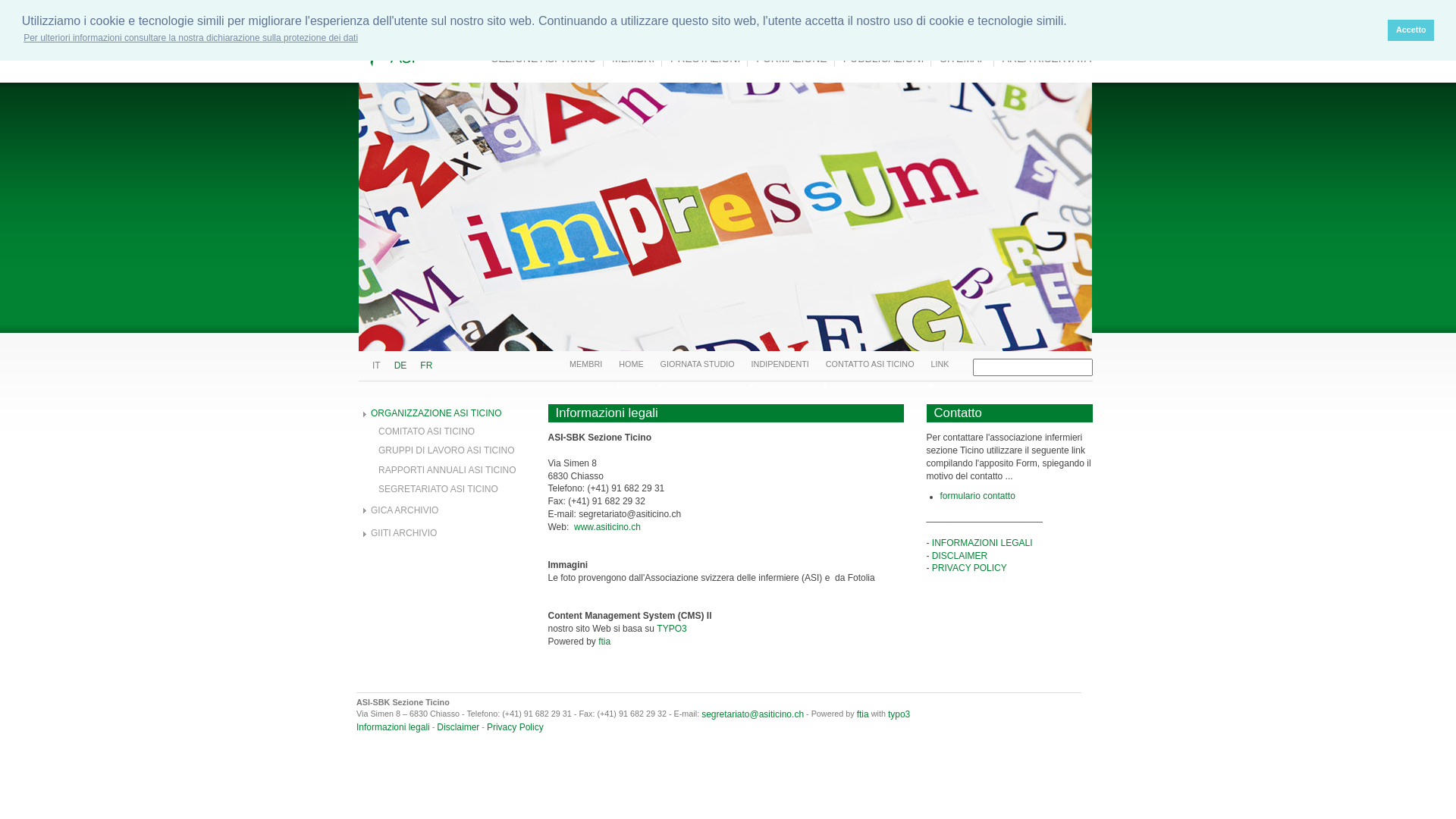  What do you see at coordinates (544, 58) in the screenshot?
I see `'SEZIONE ASI TICINO'` at bounding box center [544, 58].